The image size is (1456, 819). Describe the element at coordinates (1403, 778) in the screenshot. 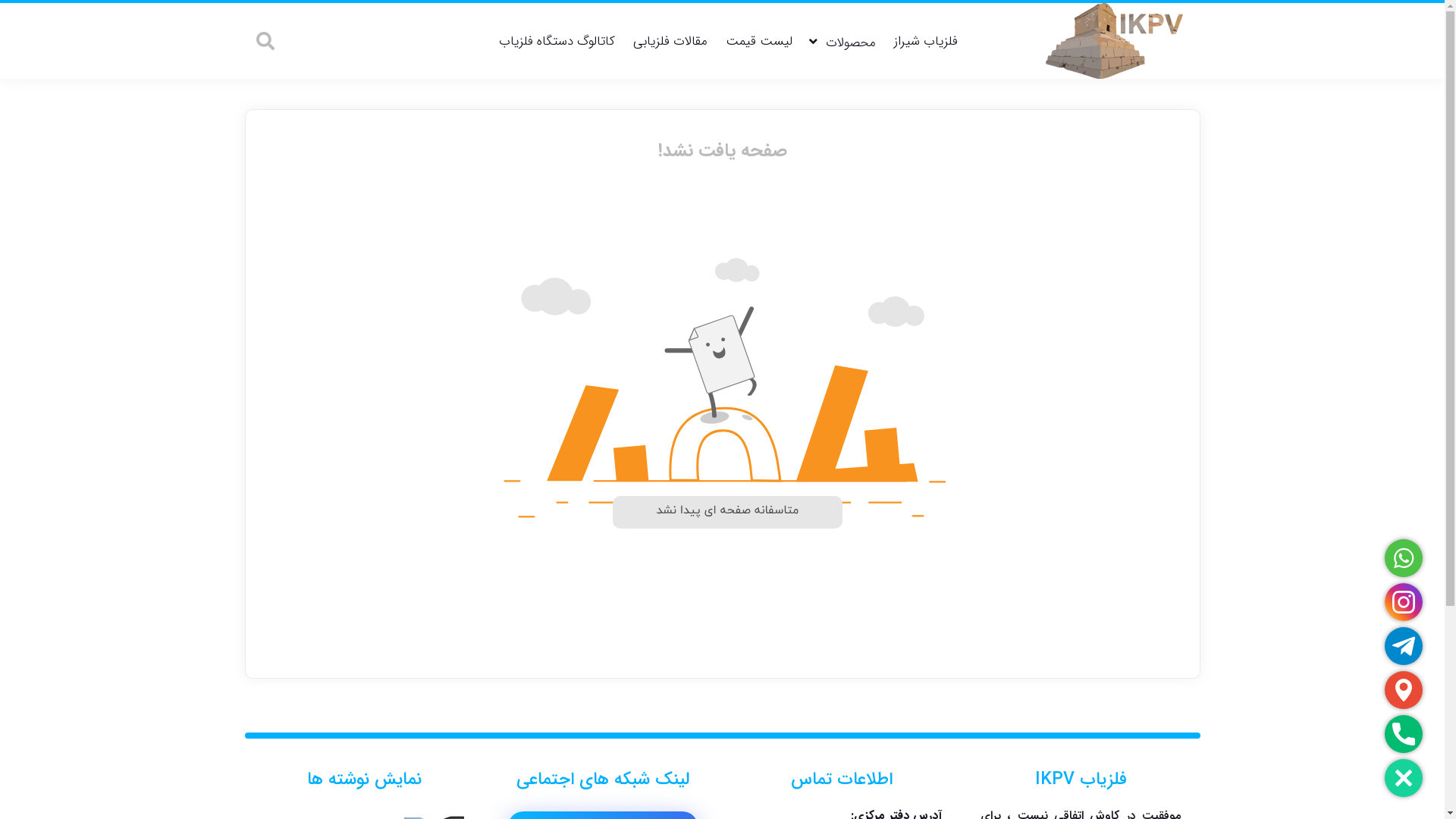

I see `'Close'` at that location.